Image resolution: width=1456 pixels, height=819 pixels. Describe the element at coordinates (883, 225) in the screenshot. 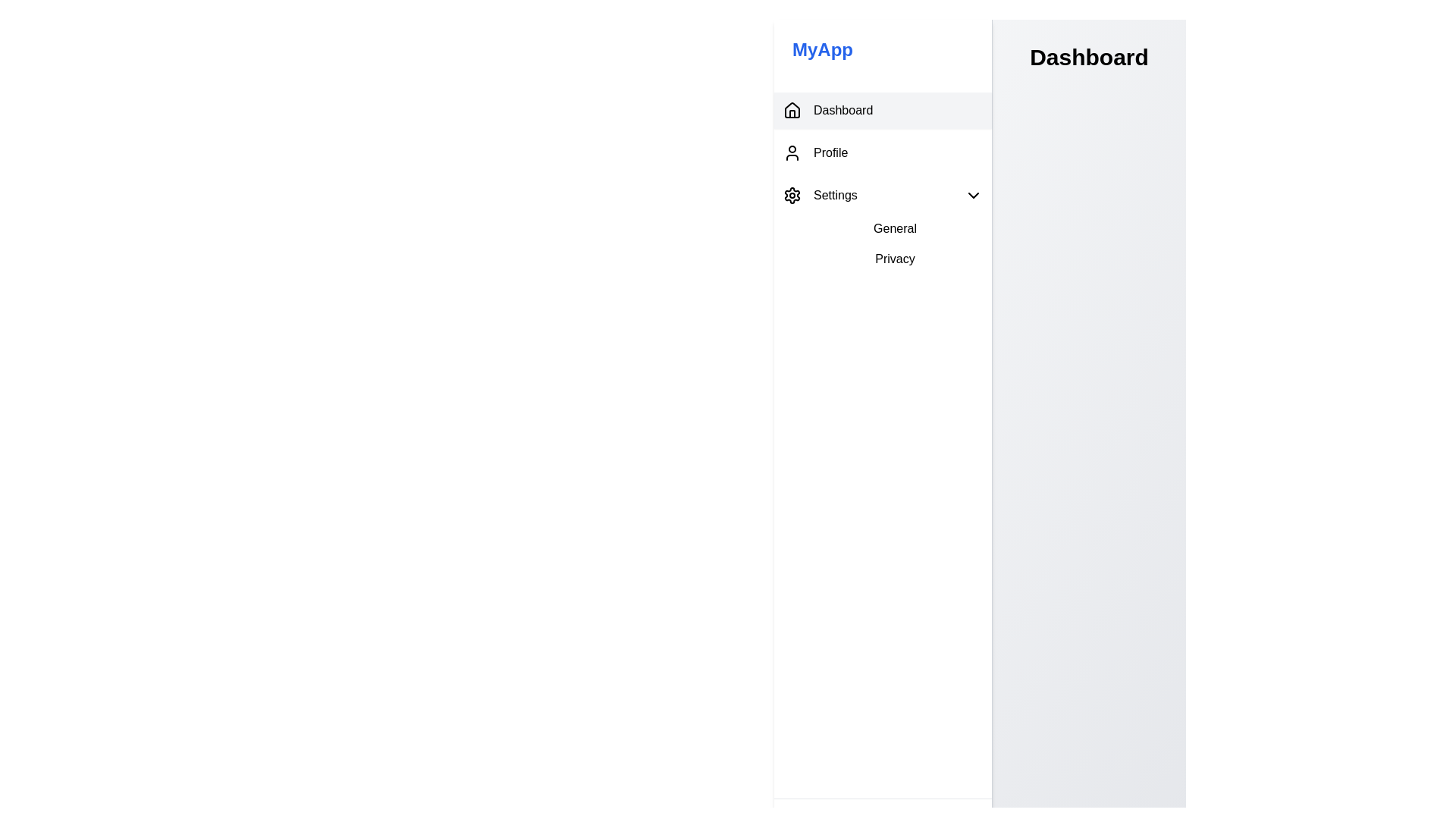

I see `the 'General' label located in the left navigation panel, positioned below the 'Settings' title and above the 'Privacy' label` at that location.